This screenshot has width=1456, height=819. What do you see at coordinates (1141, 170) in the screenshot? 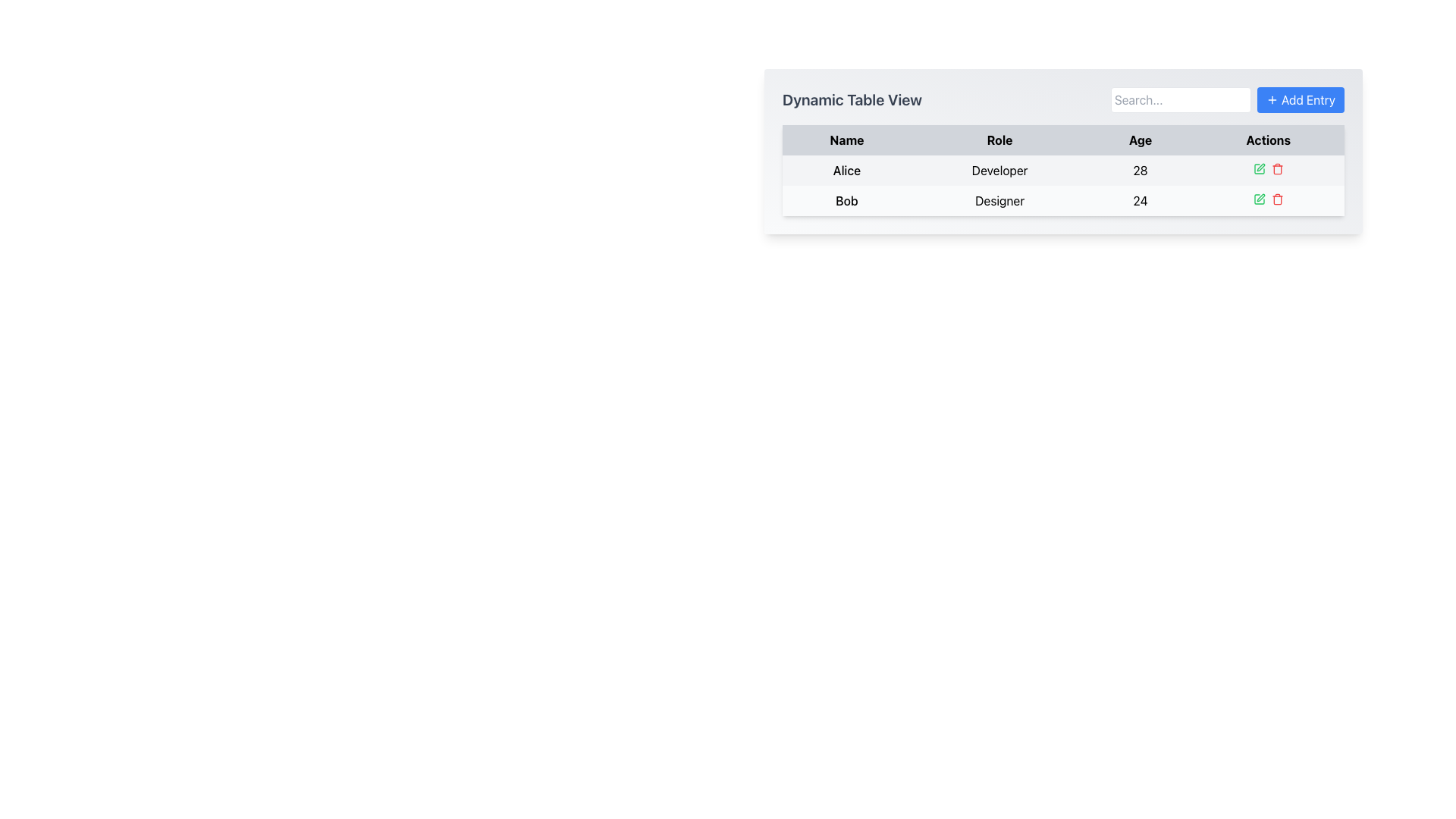
I see `the non-interactive text field representing Alice's age in the third column of her row in the table, located between the 'Developer' cell and the action cells` at bounding box center [1141, 170].